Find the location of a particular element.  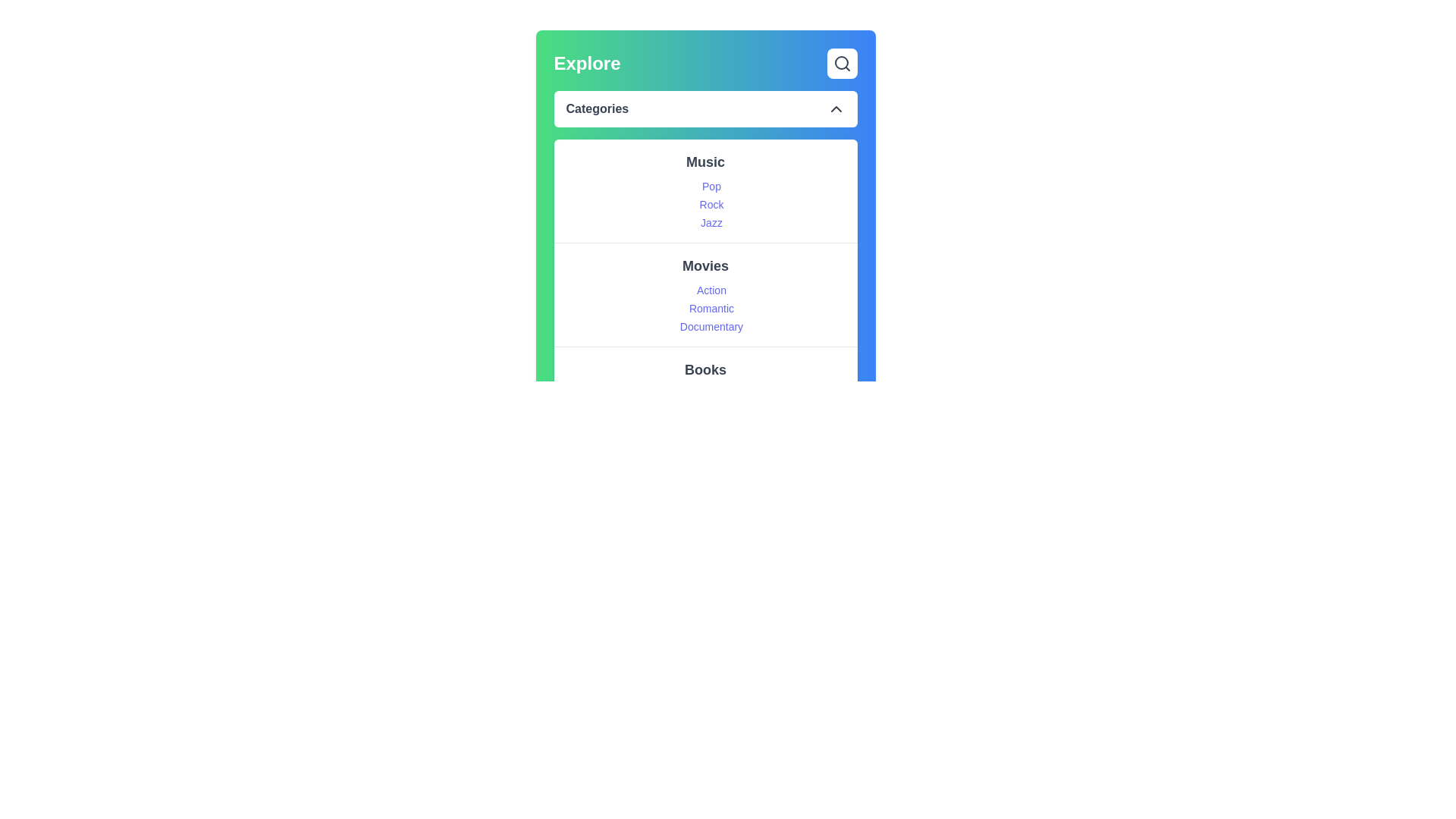

the text label for the 'Jazz' category in the 'Music' section is located at coordinates (711, 222).